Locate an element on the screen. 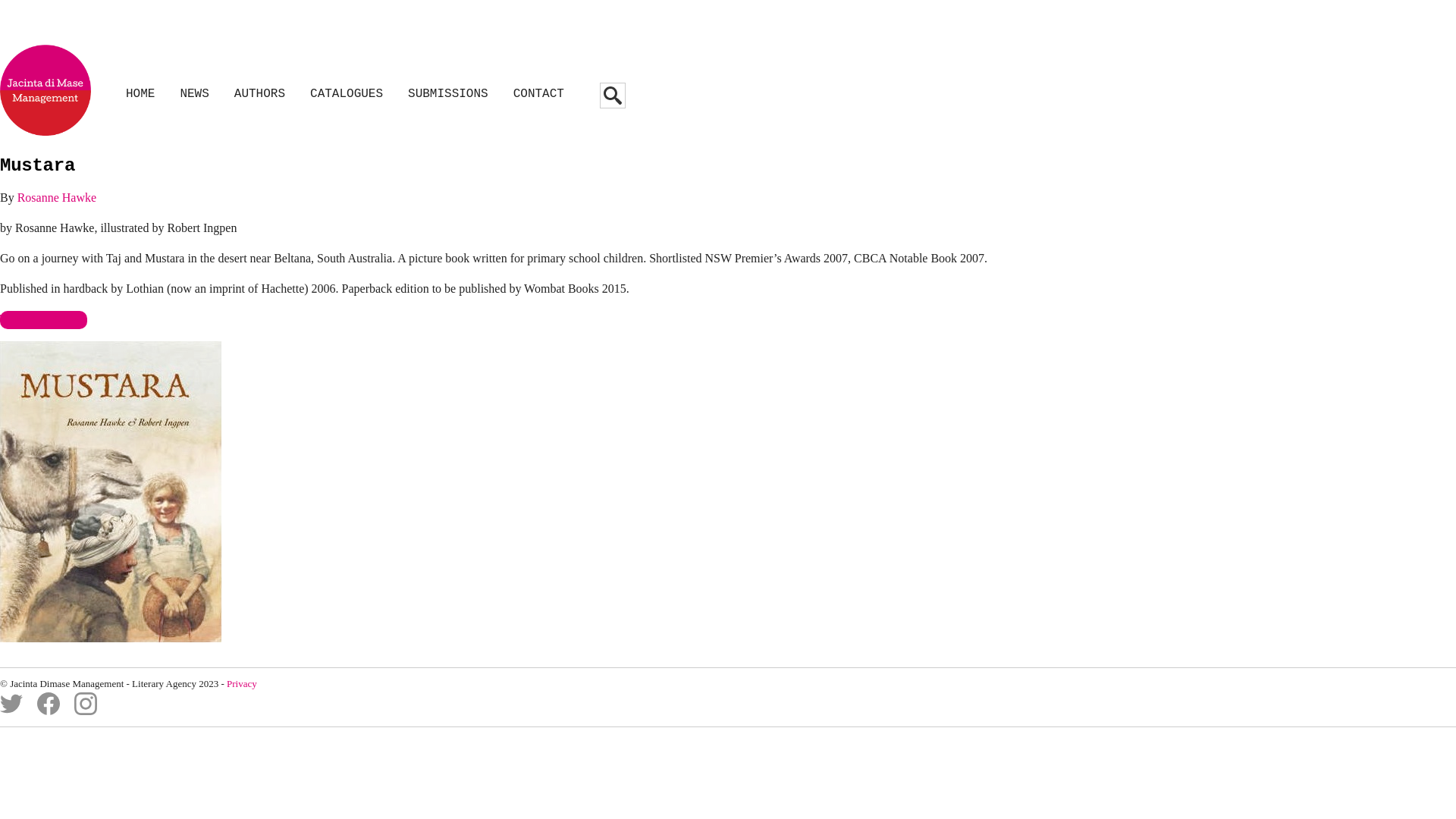 The width and height of the screenshot is (1456, 819). 'Facebook' is located at coordinates (48, 711).